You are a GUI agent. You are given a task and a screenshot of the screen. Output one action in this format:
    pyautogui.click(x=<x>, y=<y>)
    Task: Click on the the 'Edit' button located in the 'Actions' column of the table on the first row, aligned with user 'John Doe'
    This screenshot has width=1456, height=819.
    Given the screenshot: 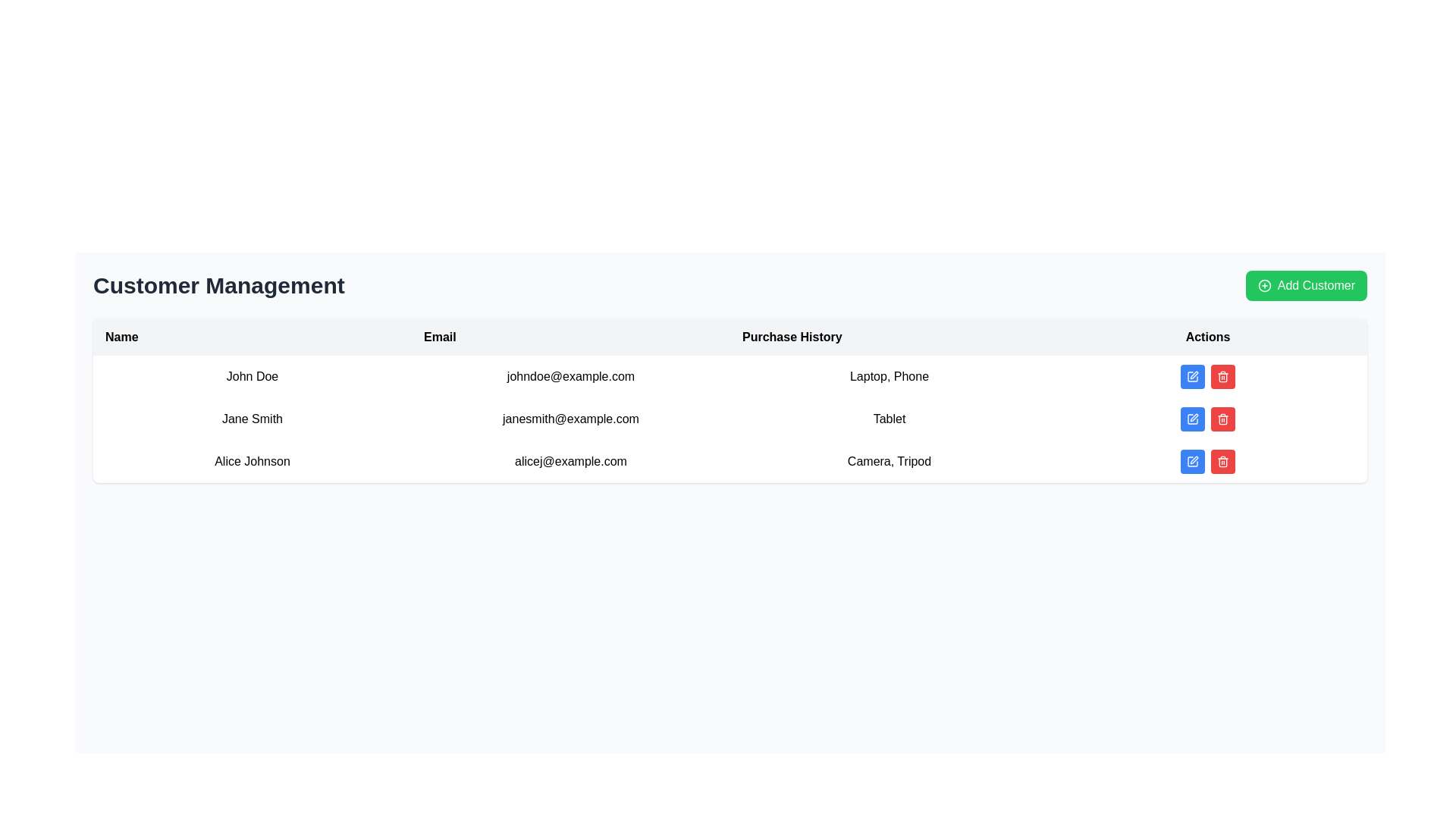 What is the action you would take?
    pyautogui.click(x=1192, y=376)
    